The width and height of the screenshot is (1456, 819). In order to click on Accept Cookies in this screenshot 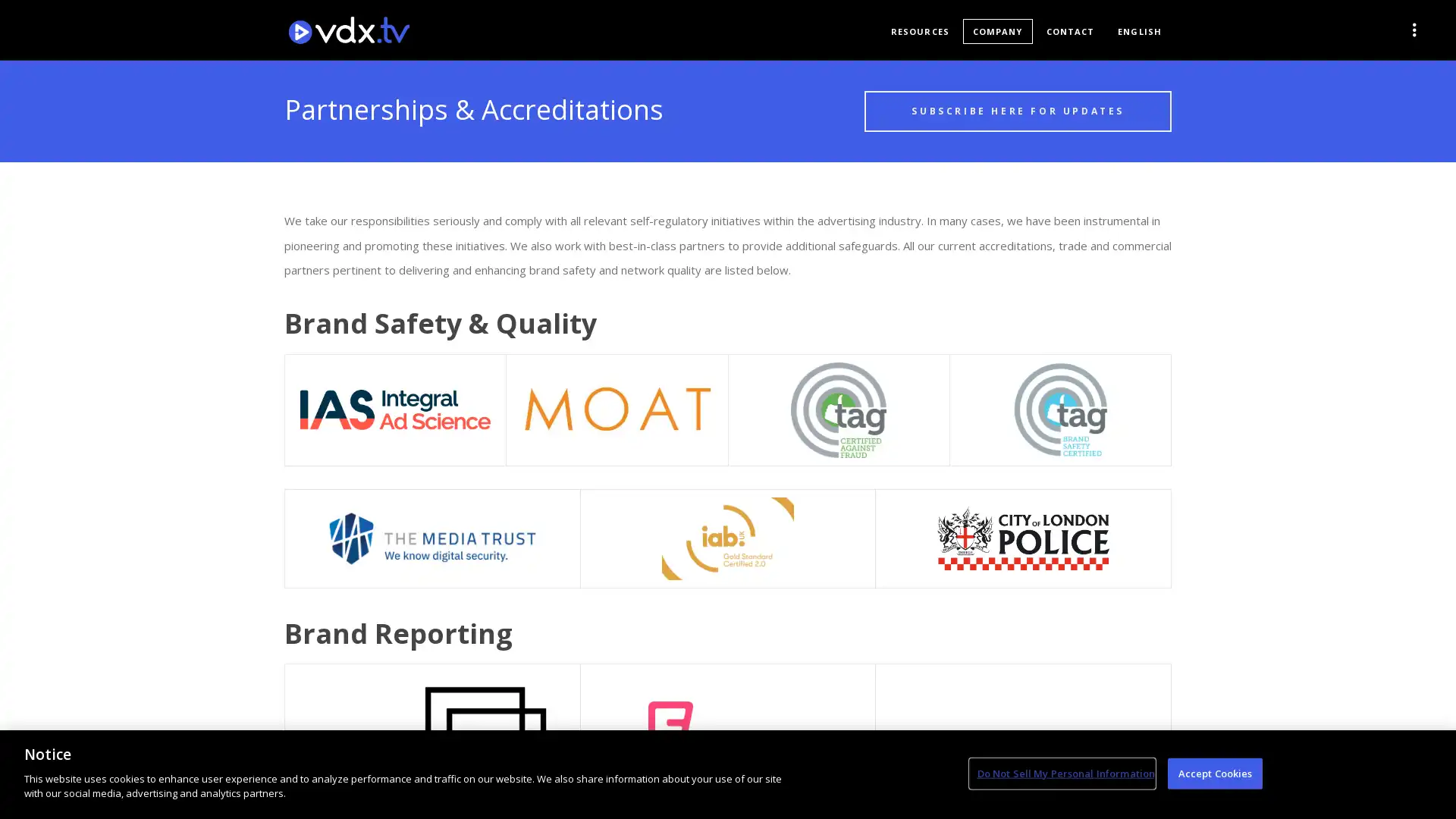, I will do `click(1215, 773)`.